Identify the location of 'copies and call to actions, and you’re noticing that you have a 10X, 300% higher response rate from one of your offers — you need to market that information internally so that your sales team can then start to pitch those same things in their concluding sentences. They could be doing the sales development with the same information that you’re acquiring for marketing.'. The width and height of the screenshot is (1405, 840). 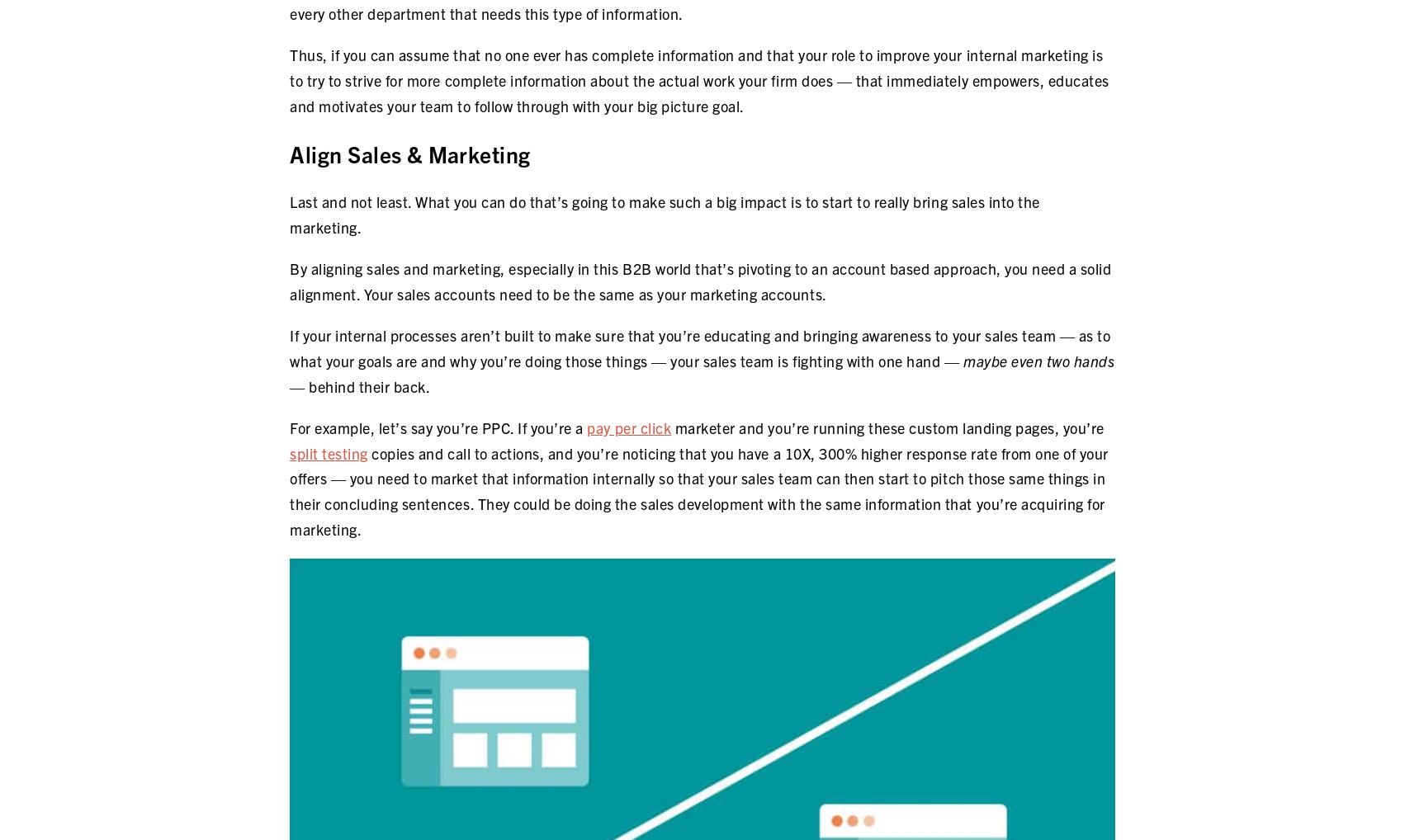
(698, 490).